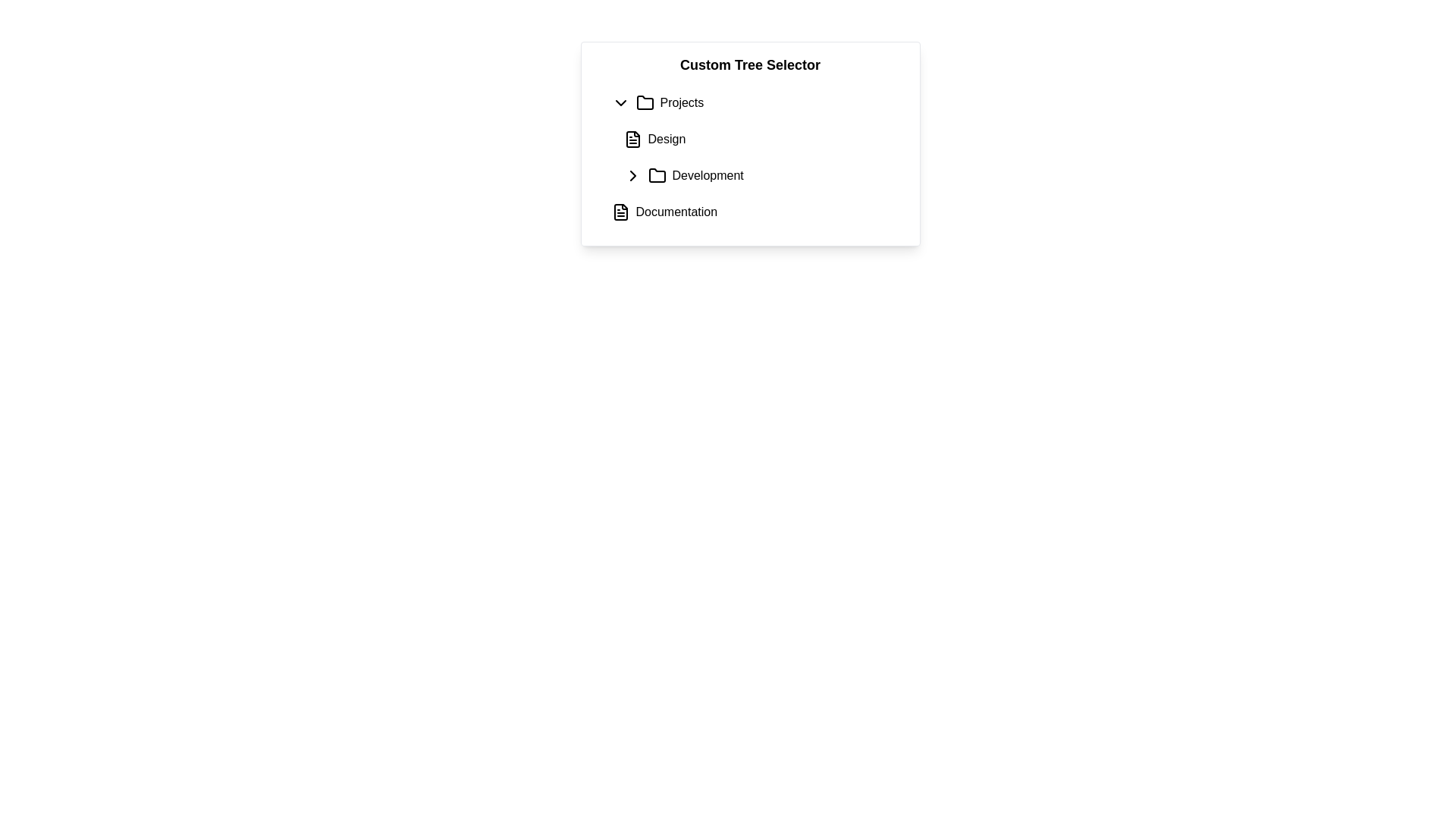 The image size is (1456, 819). What do you see at coordinates (667, 140) in the screenshot?
I see `the 'Design' menu item located under the 'Projects' category in the tree selector menu` at bounding box center [667, 140].